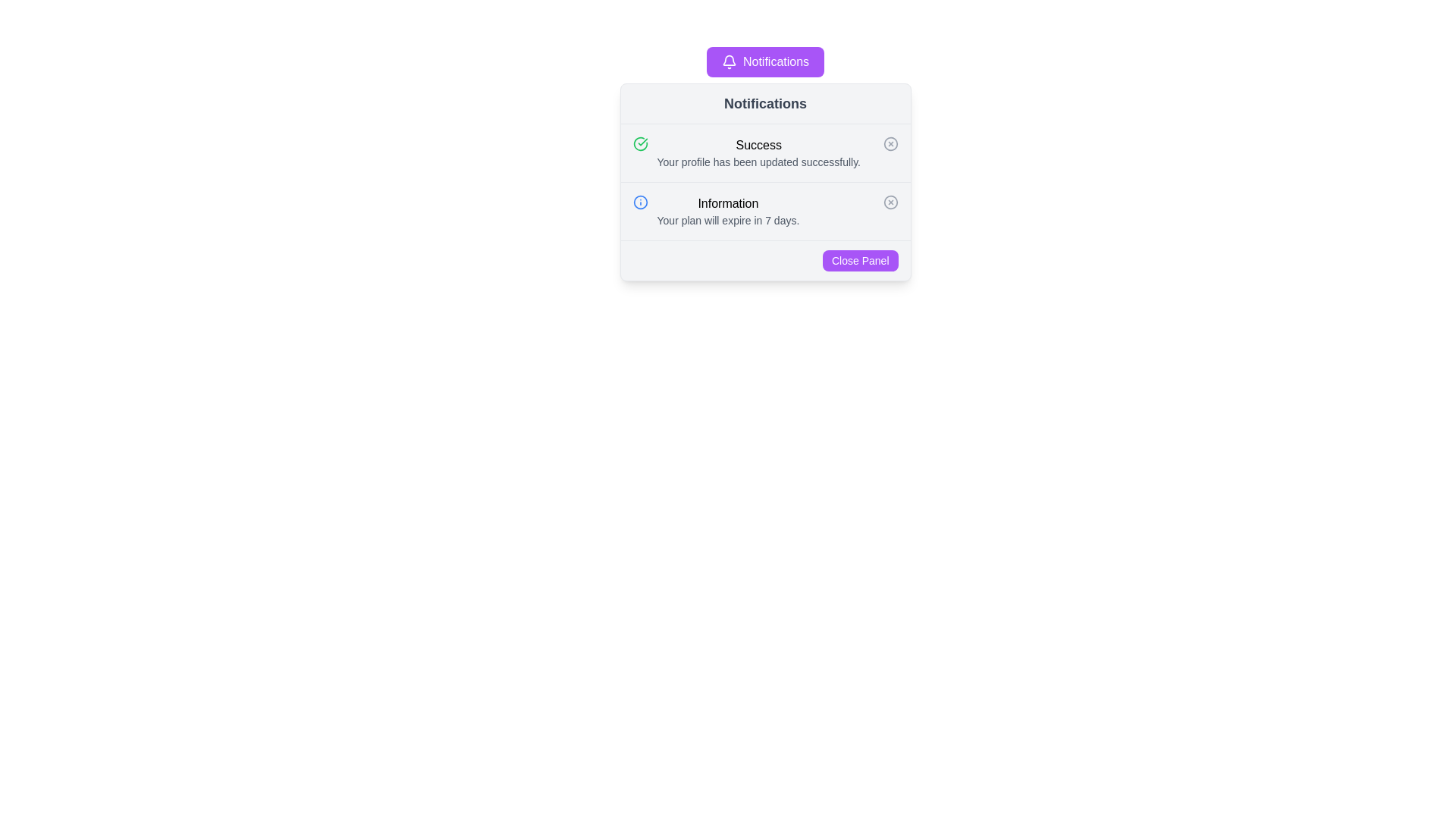 This screenshot has height=819, width=1456. Describe the element at coordinates (758, 162) in the screenshot. I see `the text label that reads 'Your profile has been updated successfully,' which is styled in a smaller, muted gray font and located under the 'Success' label in the notification panel` at that location.